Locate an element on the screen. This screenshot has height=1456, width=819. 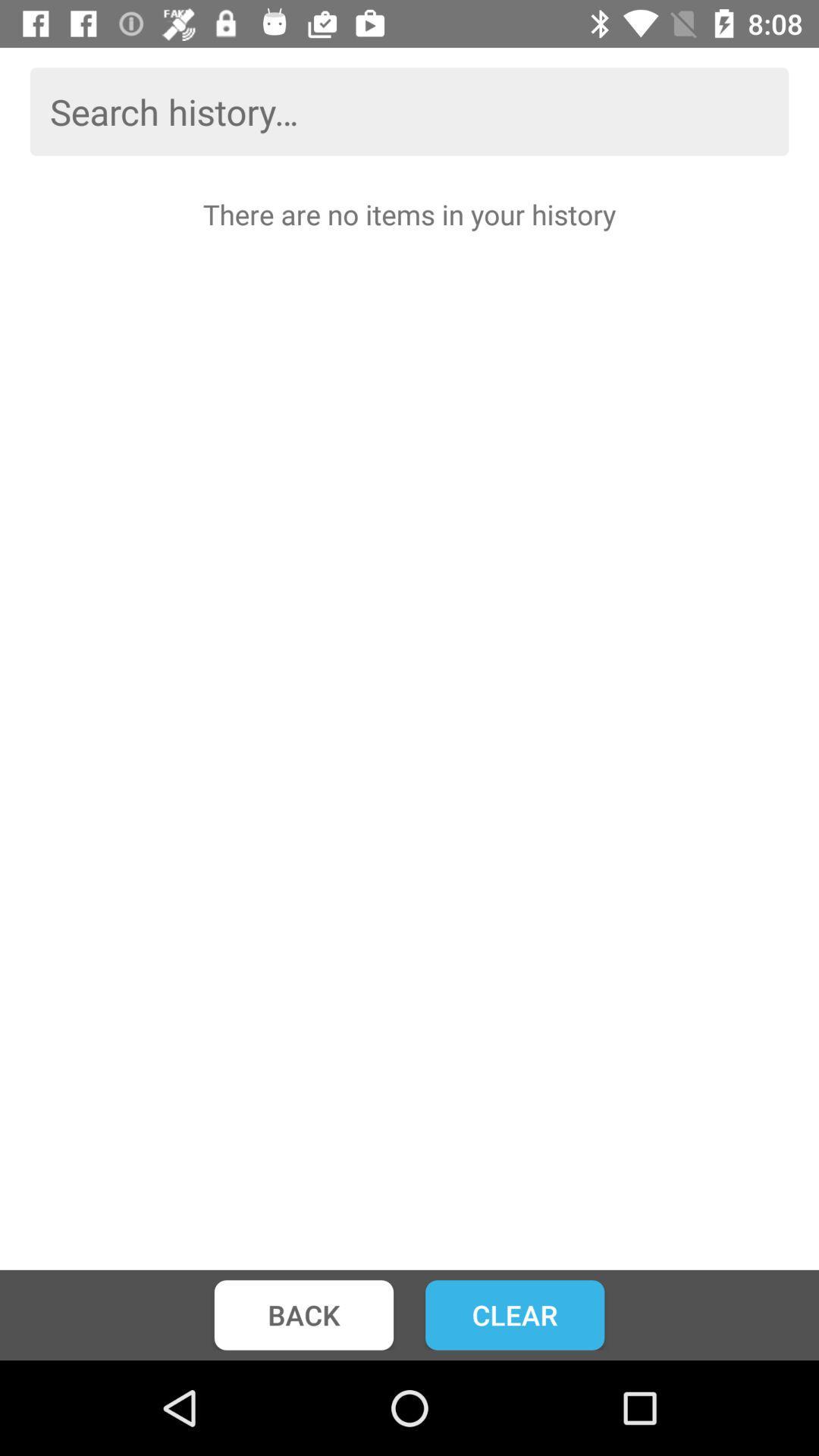
search history is located at coordinates (409, 111).